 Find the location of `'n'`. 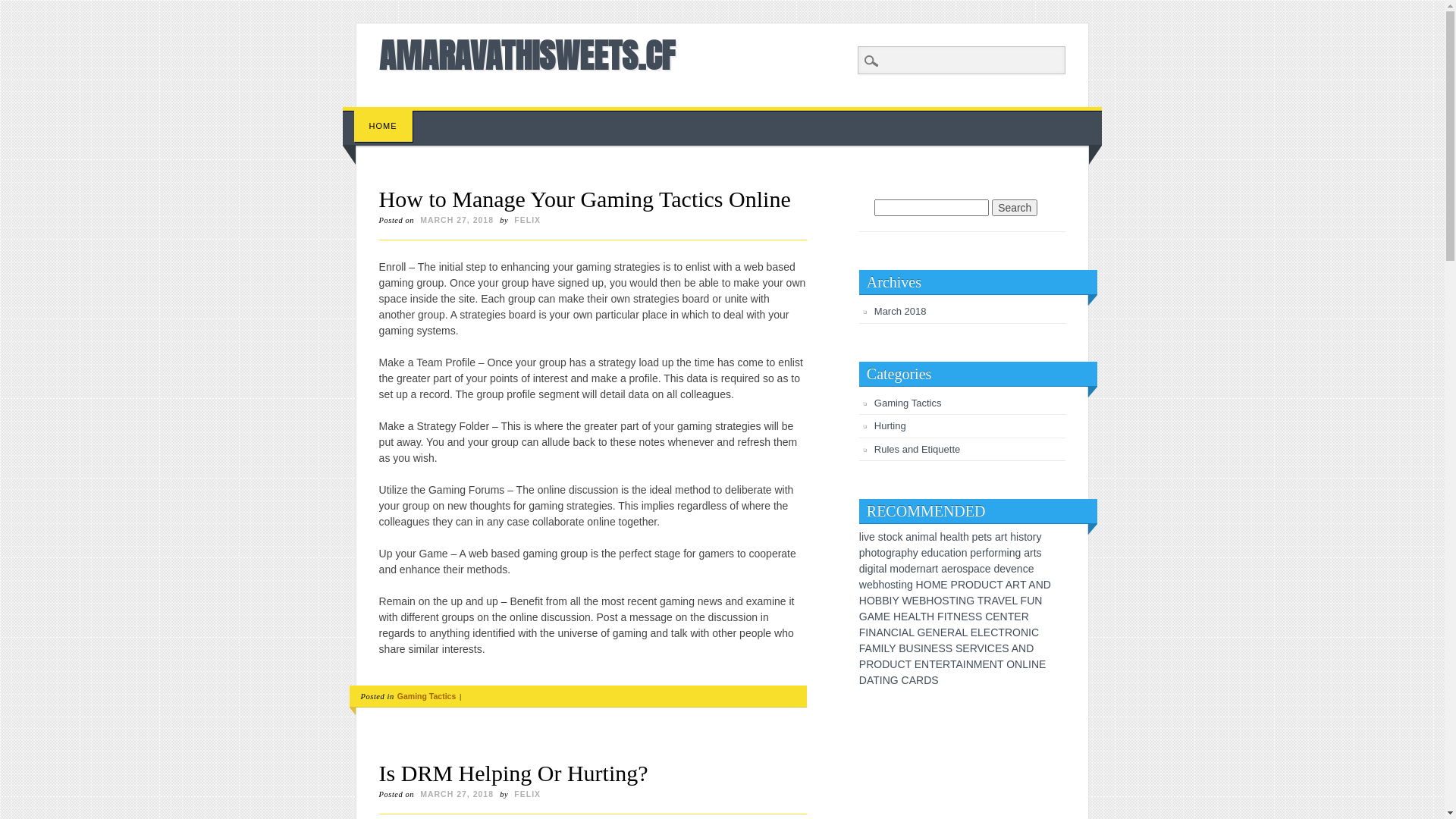

'n' is located at coordinates (922, 568).